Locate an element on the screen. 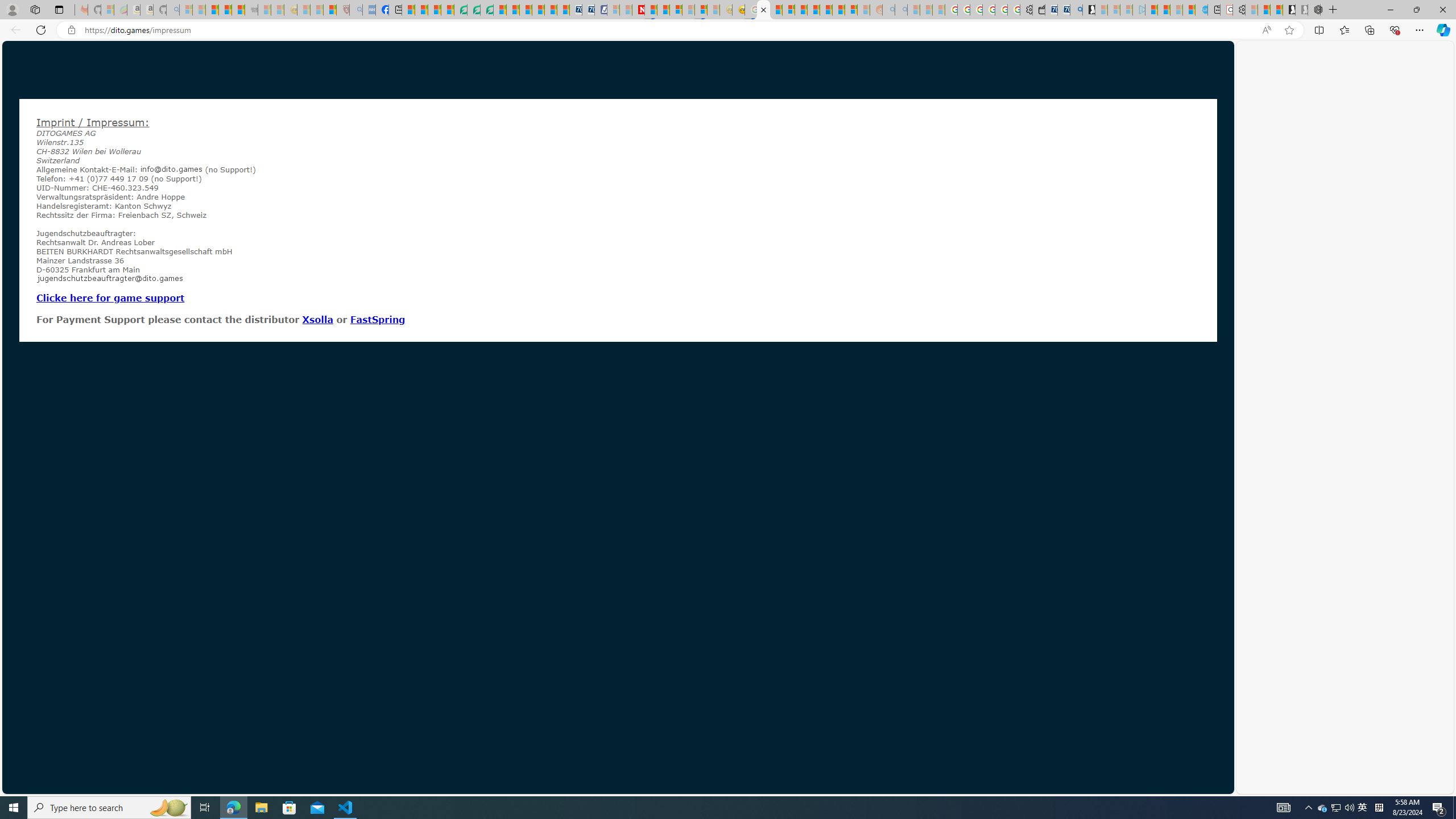  'LendingTree - Compare Lenders' is located at coordinates (461, 9).